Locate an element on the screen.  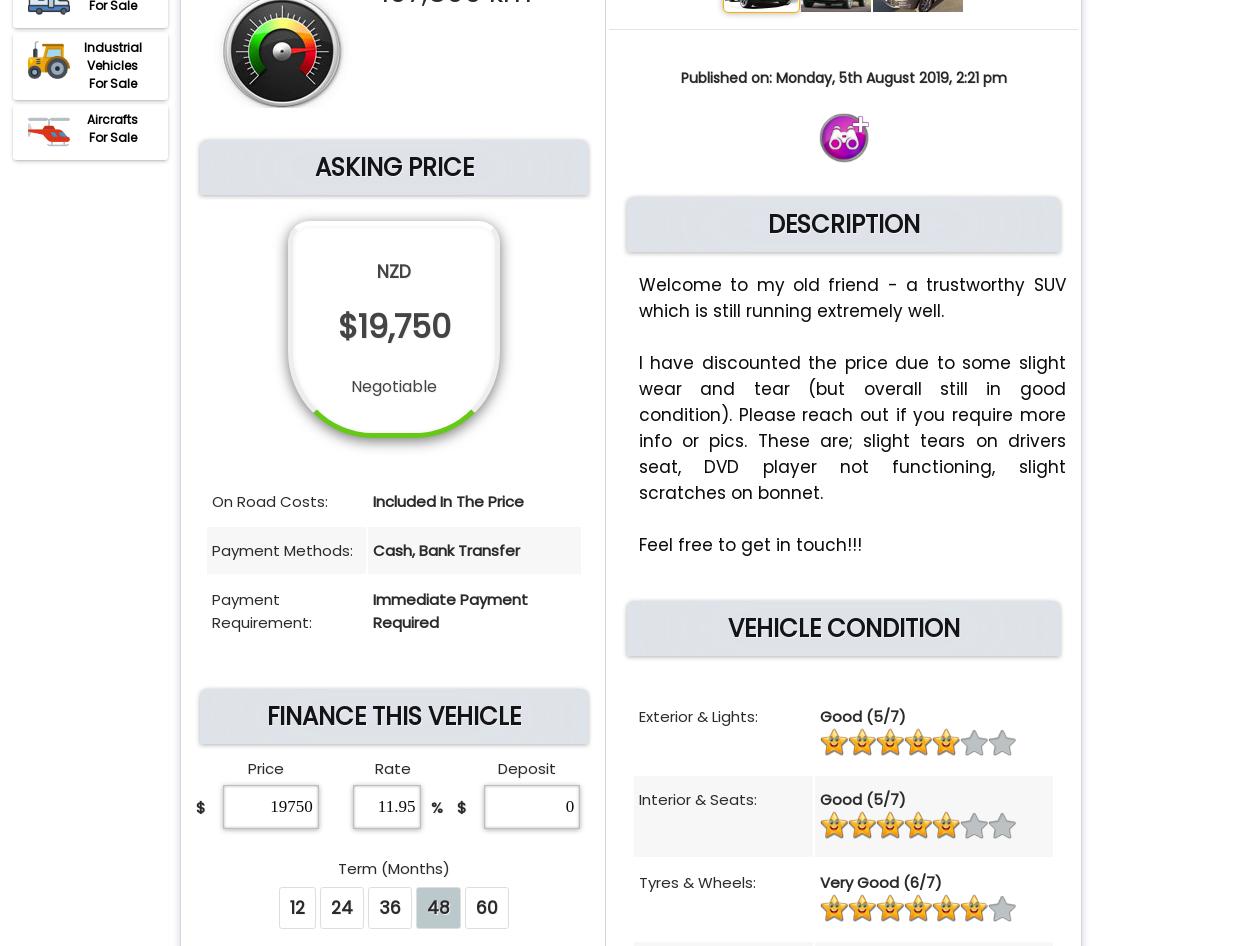
'Included In The Price' is located at coordinates (448, 501).